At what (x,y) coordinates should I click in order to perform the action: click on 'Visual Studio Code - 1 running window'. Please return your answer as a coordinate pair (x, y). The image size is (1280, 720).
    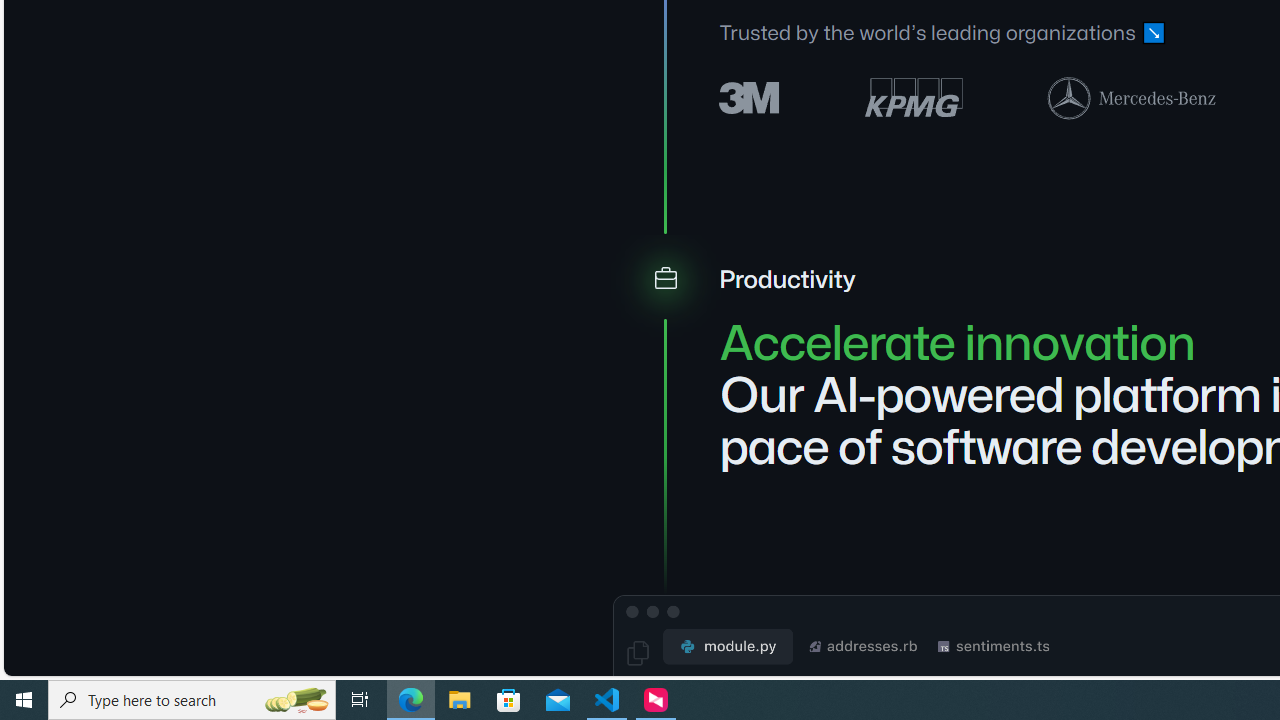
    Looking at the image, I should click on (606, 698).